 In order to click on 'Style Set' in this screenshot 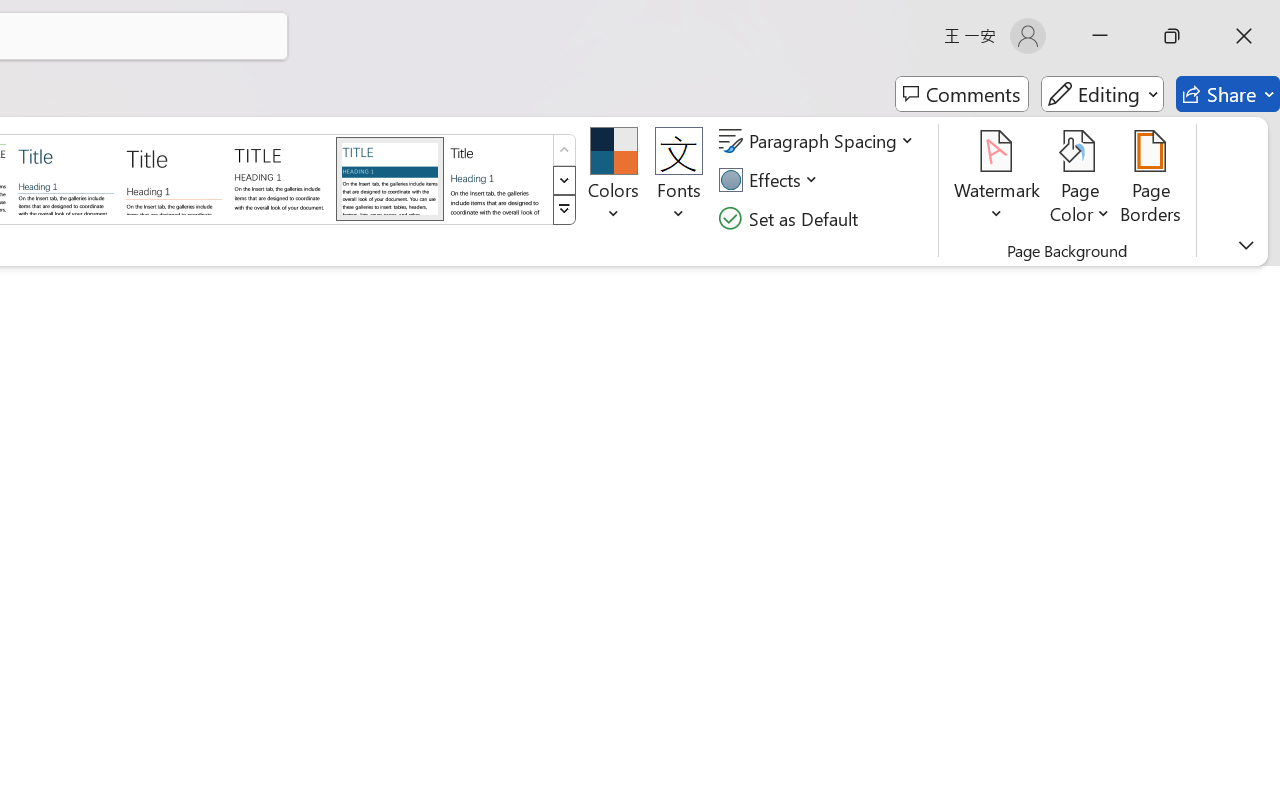, I will do `click(563, 210)`.